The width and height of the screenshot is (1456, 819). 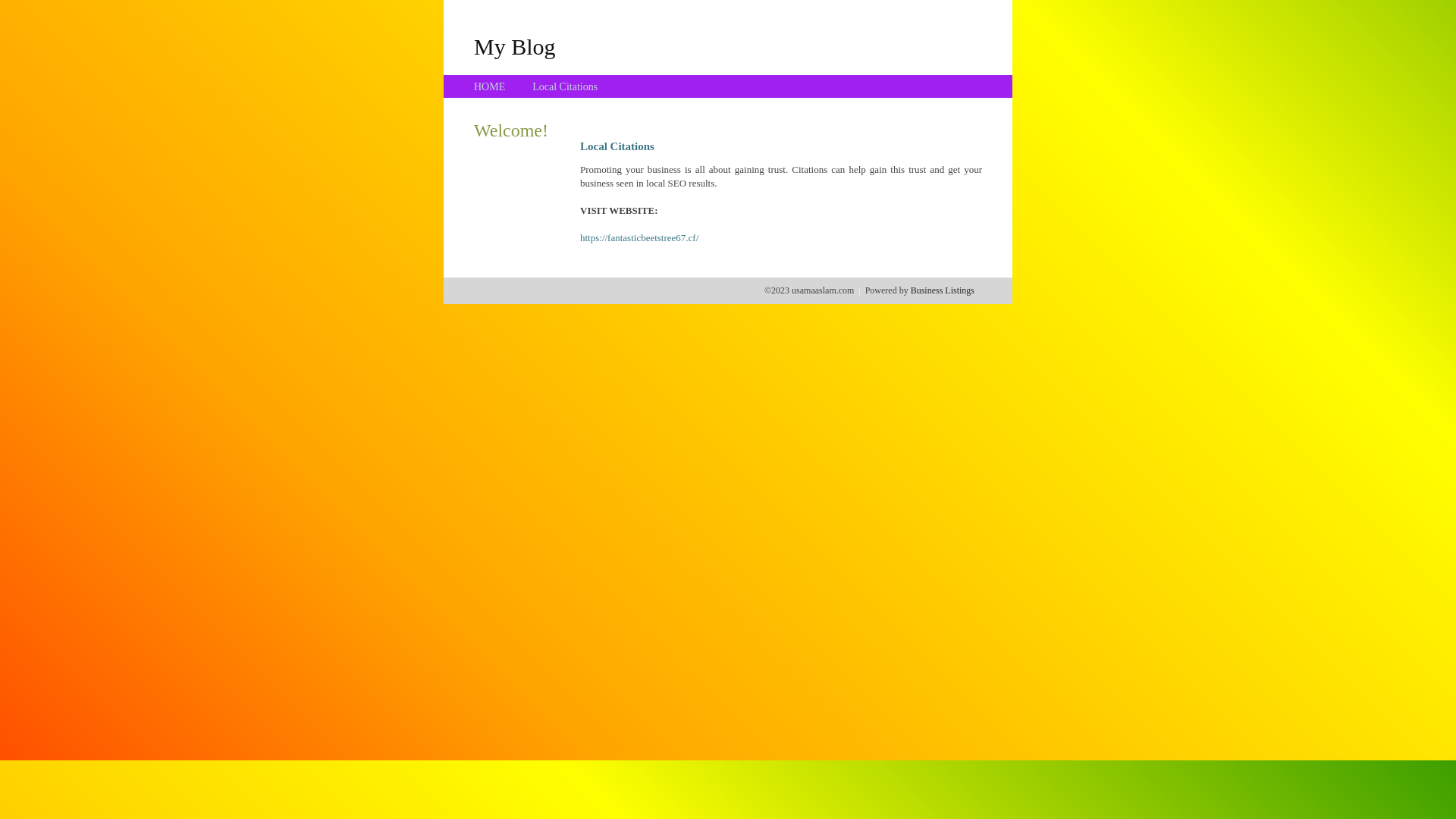 What do you see at coordinates (489, 86) in the screenshot?
I see `'HOME'` at bounding box center [489, 86].